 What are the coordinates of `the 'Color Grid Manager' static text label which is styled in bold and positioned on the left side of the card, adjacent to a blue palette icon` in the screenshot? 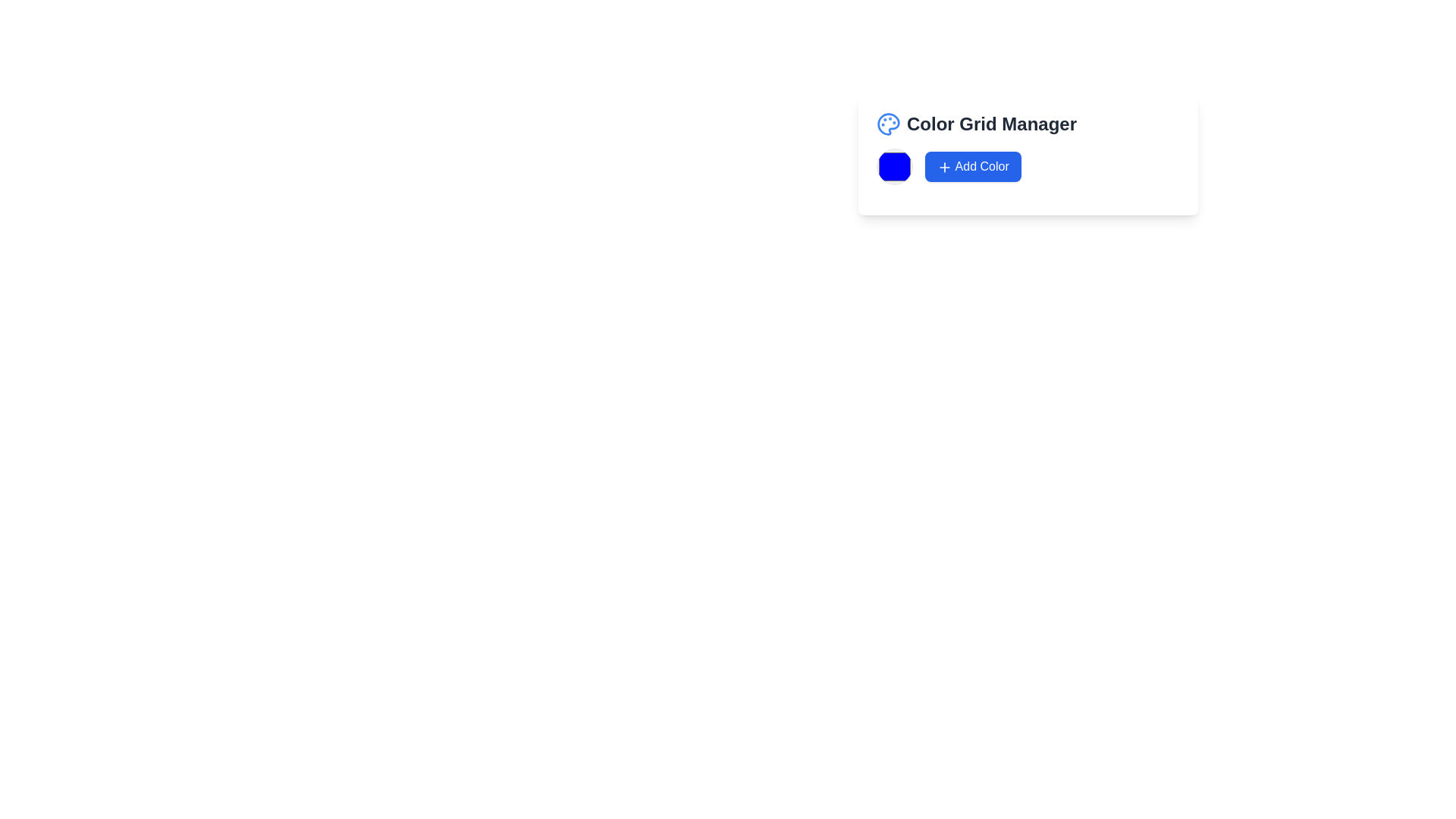 It's located at (1028, 124).